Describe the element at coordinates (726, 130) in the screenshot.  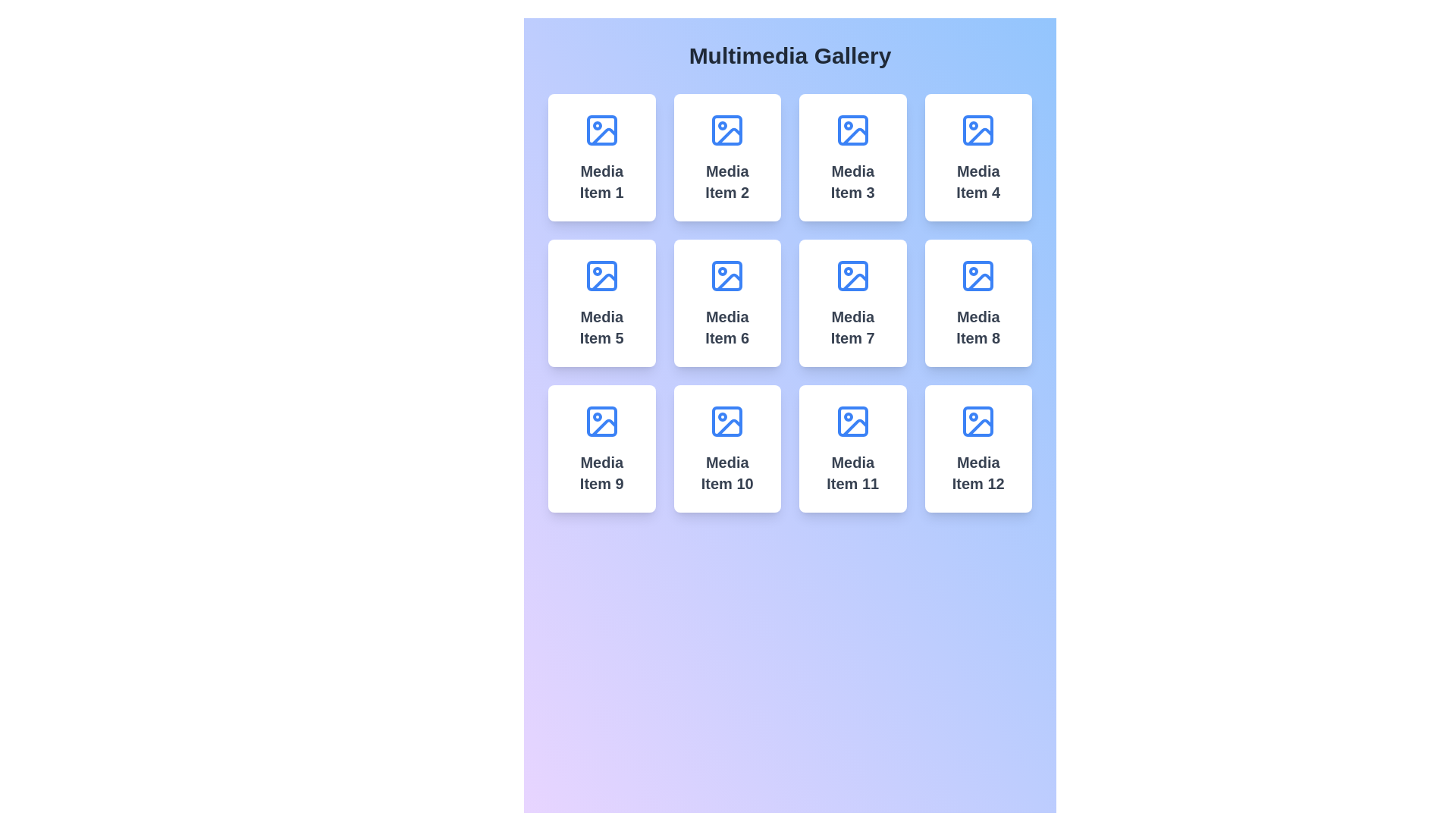
I see `the blue picture frame icon located at the top center of the card labeled 'Media Item 2' in the multimedia gallery grid` at that location.